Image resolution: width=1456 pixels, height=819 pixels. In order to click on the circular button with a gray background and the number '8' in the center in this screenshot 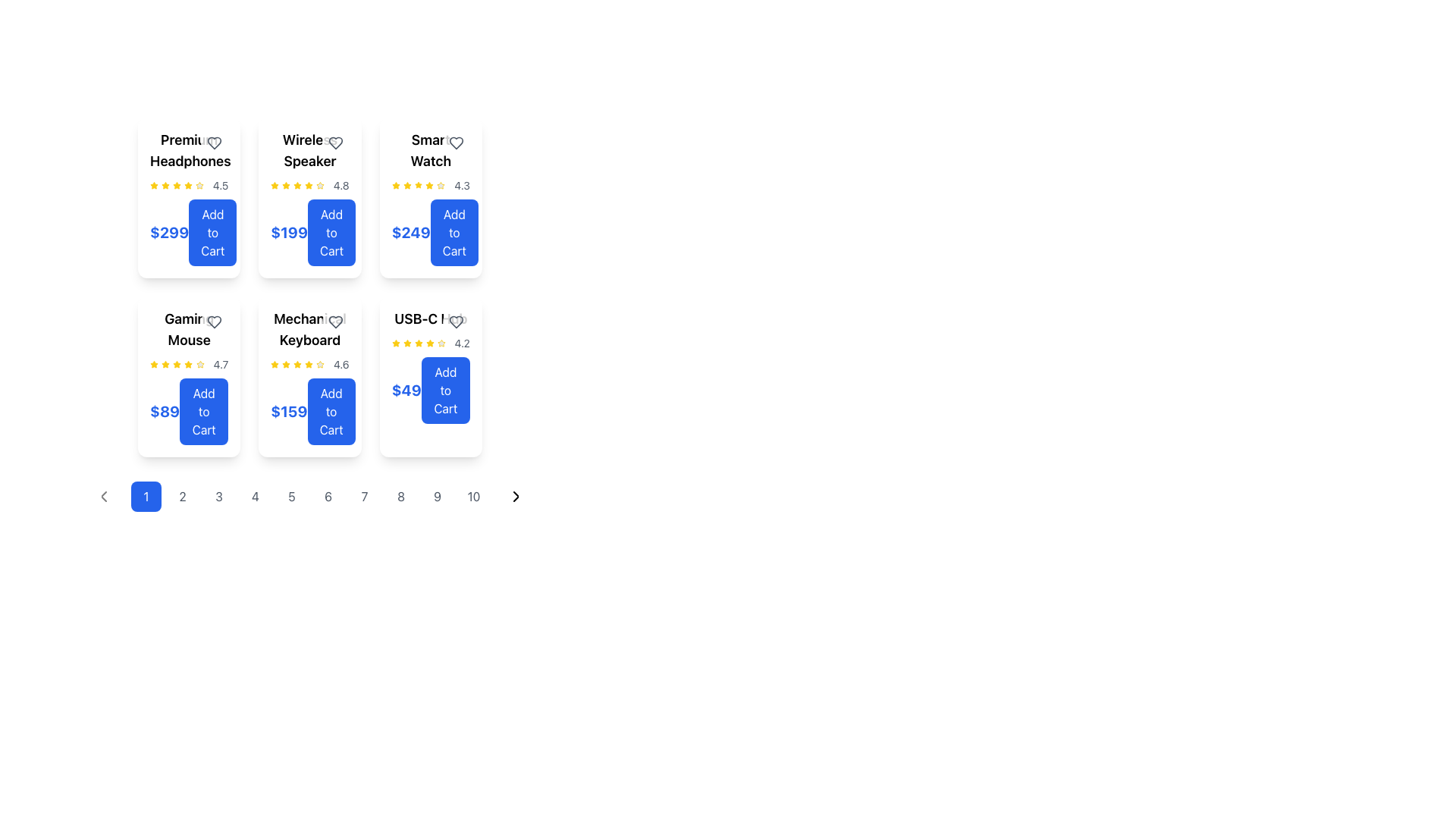, I will do `click(400, 497)`.